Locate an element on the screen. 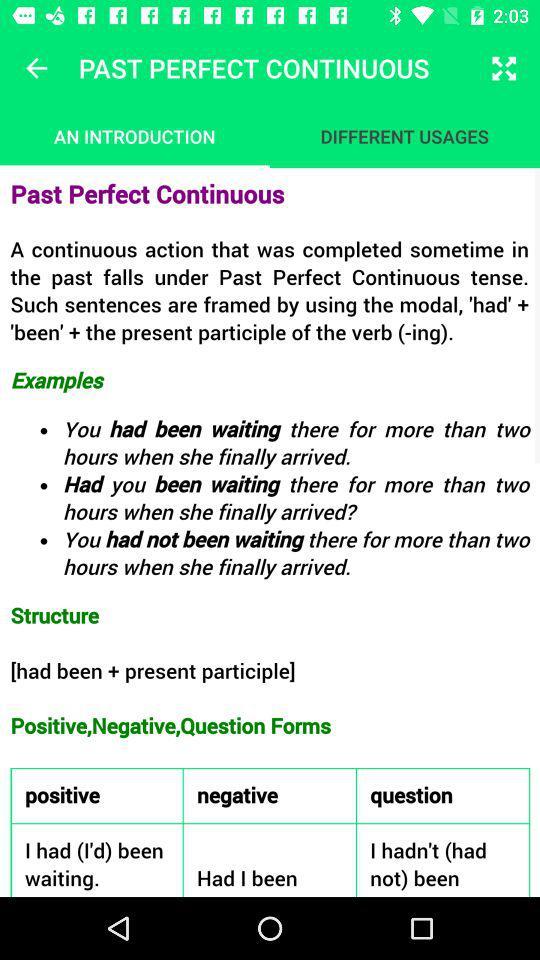 Image resolution: width=540 pixels, height=960 pixels. learning information area is located at coordinates (270, 531).